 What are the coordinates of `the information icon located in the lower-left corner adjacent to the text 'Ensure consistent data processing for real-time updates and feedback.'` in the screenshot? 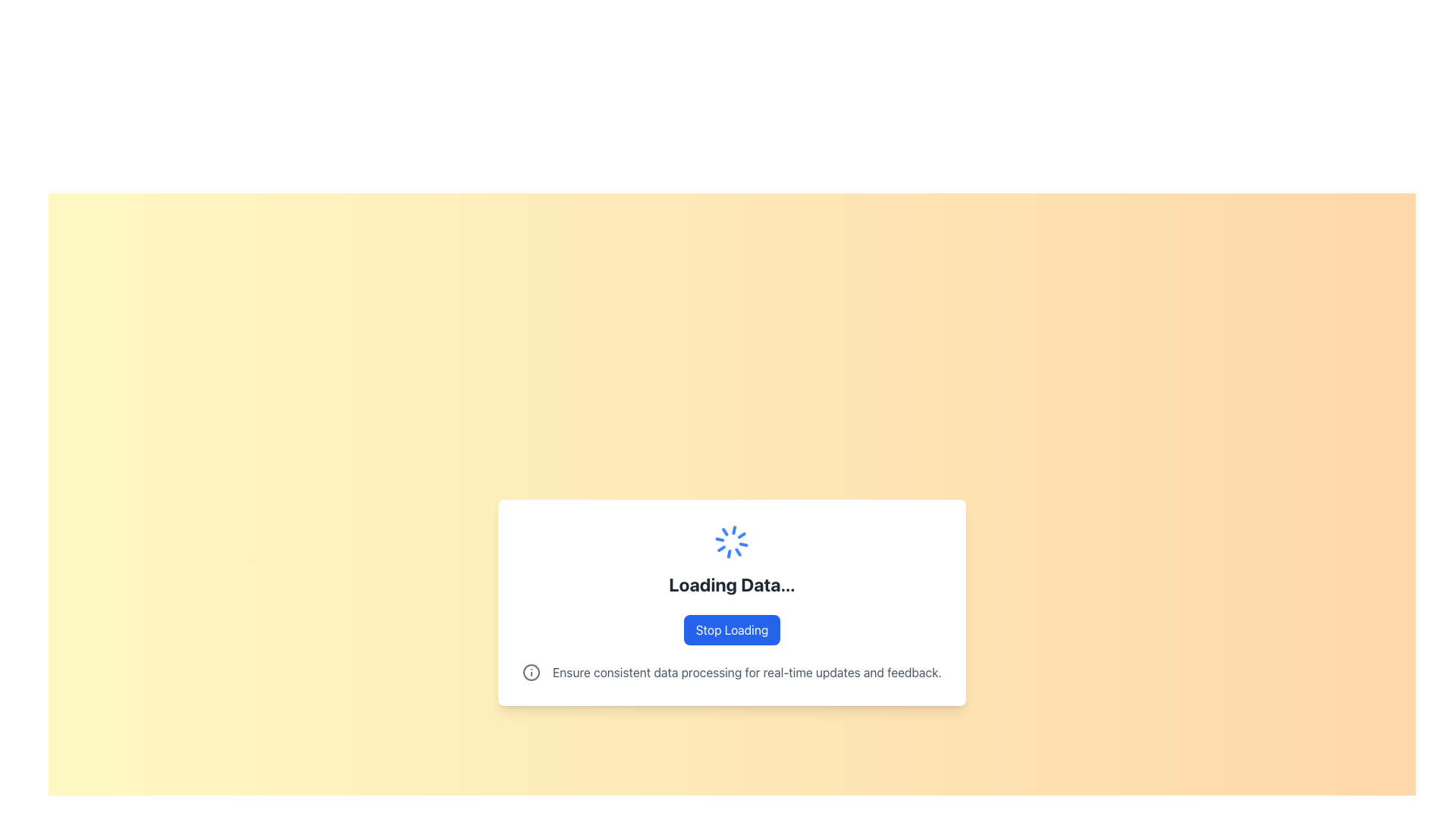 It's located at (531, 672).